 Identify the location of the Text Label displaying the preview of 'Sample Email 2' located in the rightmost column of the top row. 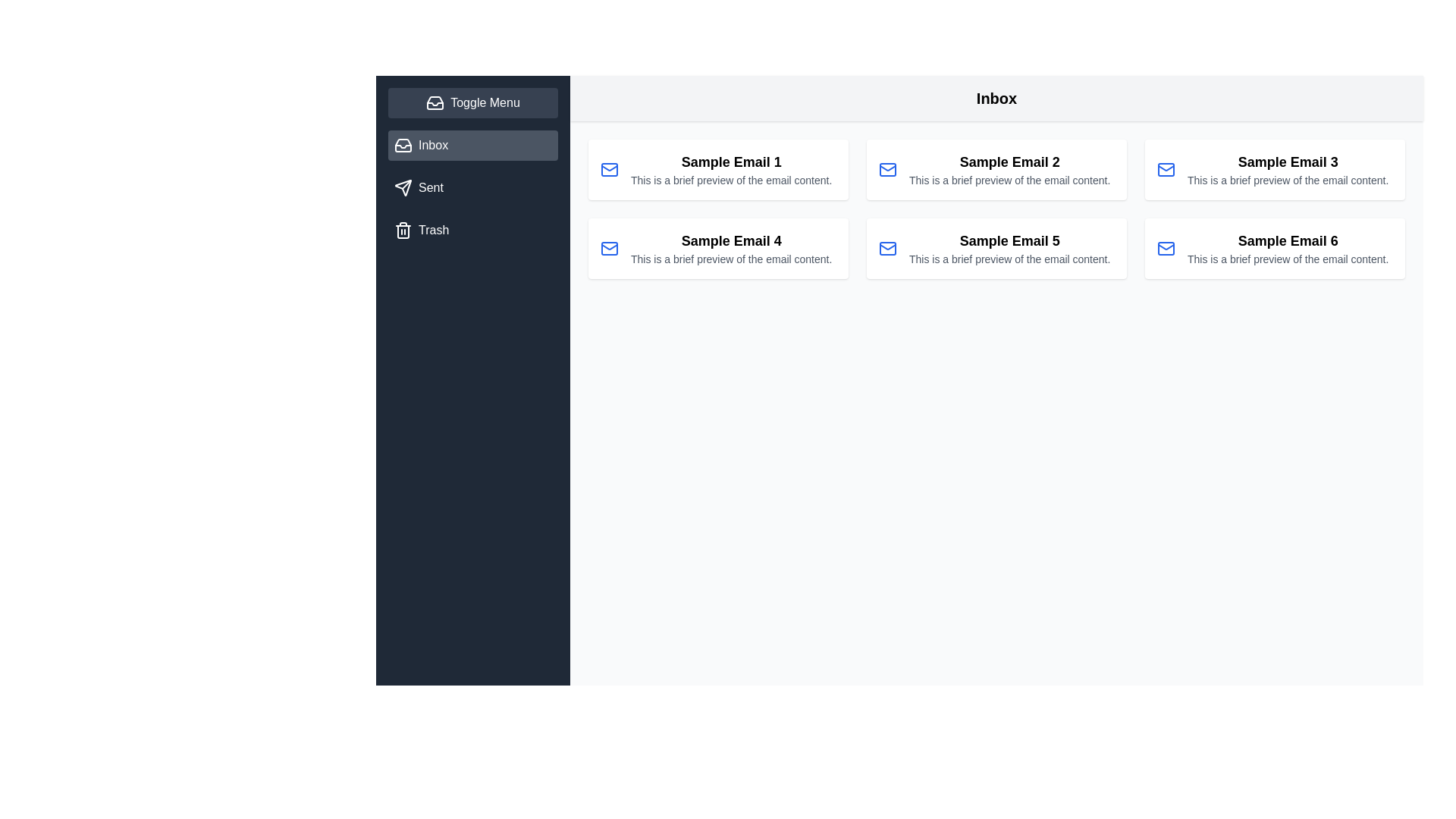
(1009, 180).